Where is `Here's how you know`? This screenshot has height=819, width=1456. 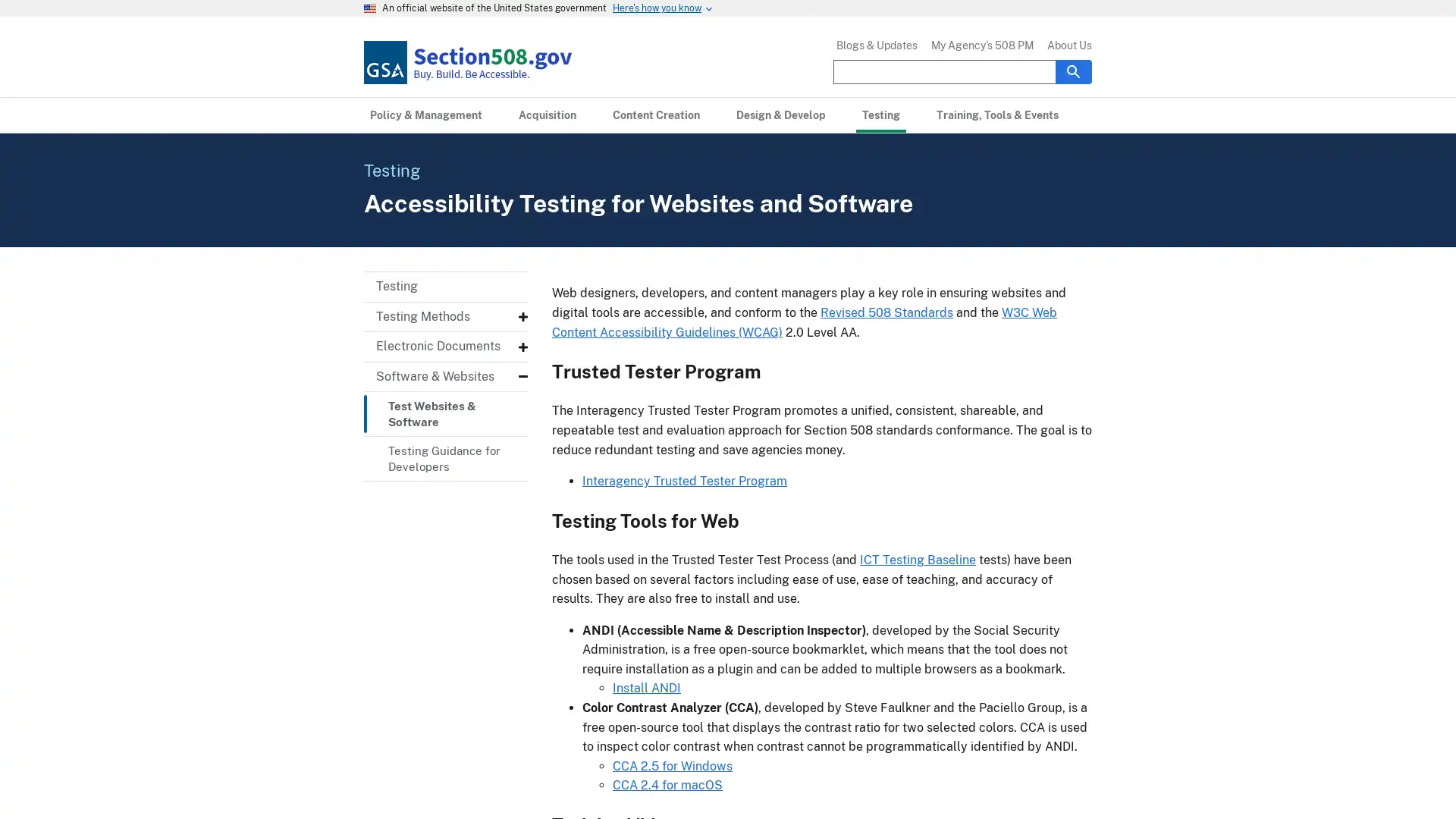 Here's how you know is located at coordinates (657, 8).